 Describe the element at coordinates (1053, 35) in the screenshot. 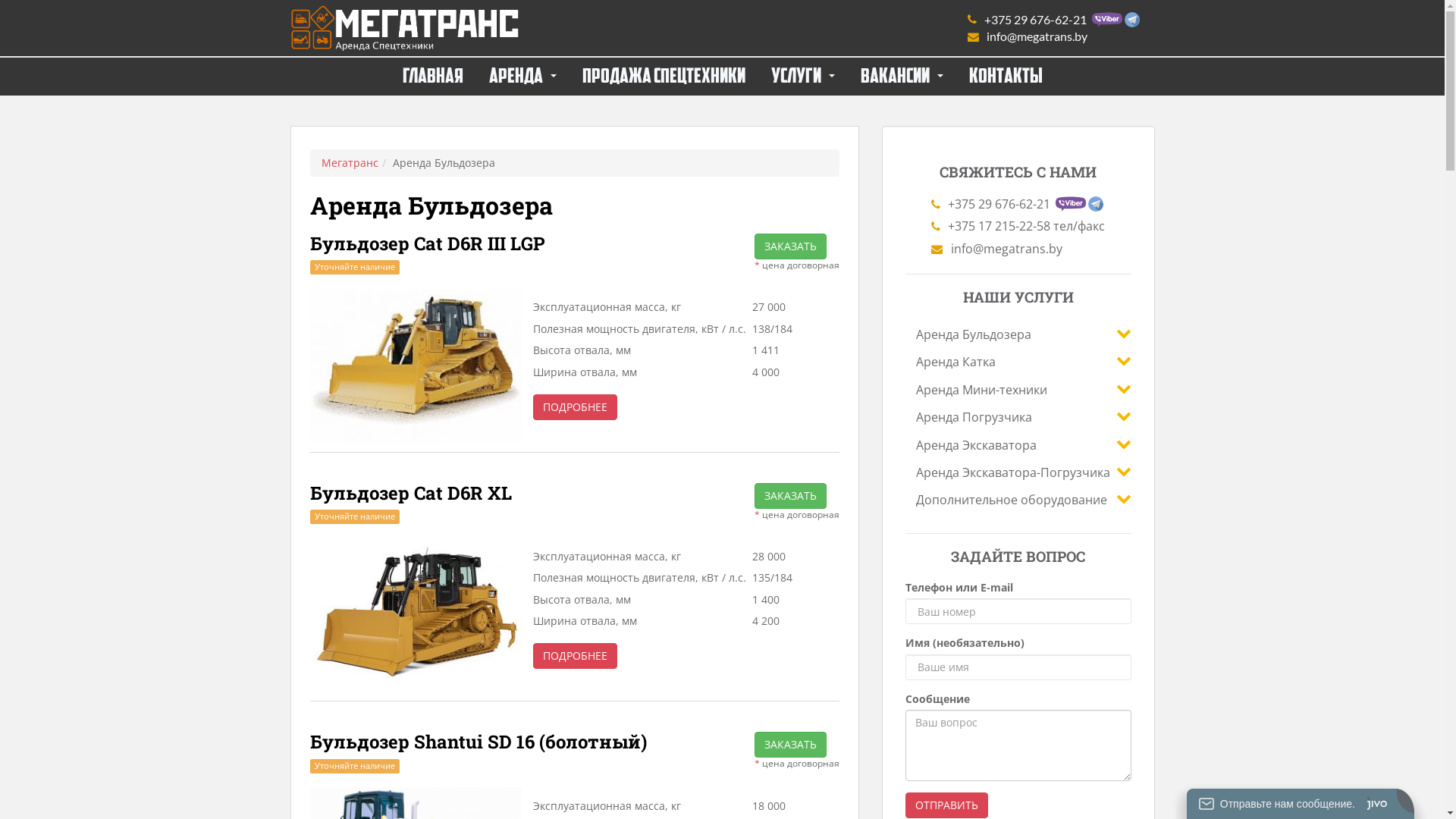

I see `'info@megatrans.by'` at that location.